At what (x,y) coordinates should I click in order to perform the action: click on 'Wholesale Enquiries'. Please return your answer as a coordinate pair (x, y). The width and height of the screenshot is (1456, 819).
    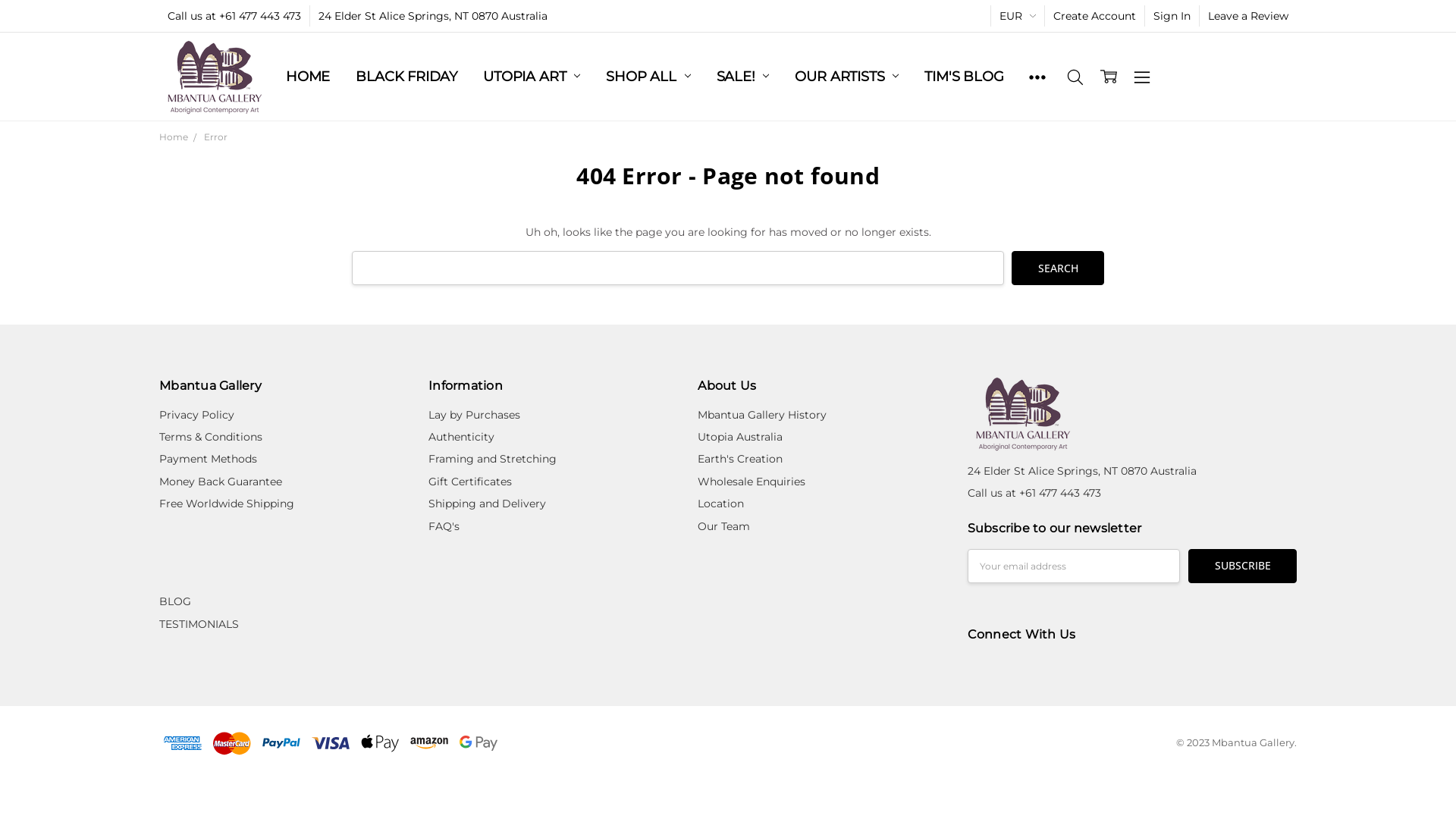
    Looking at the image, I should click on (751, 482).